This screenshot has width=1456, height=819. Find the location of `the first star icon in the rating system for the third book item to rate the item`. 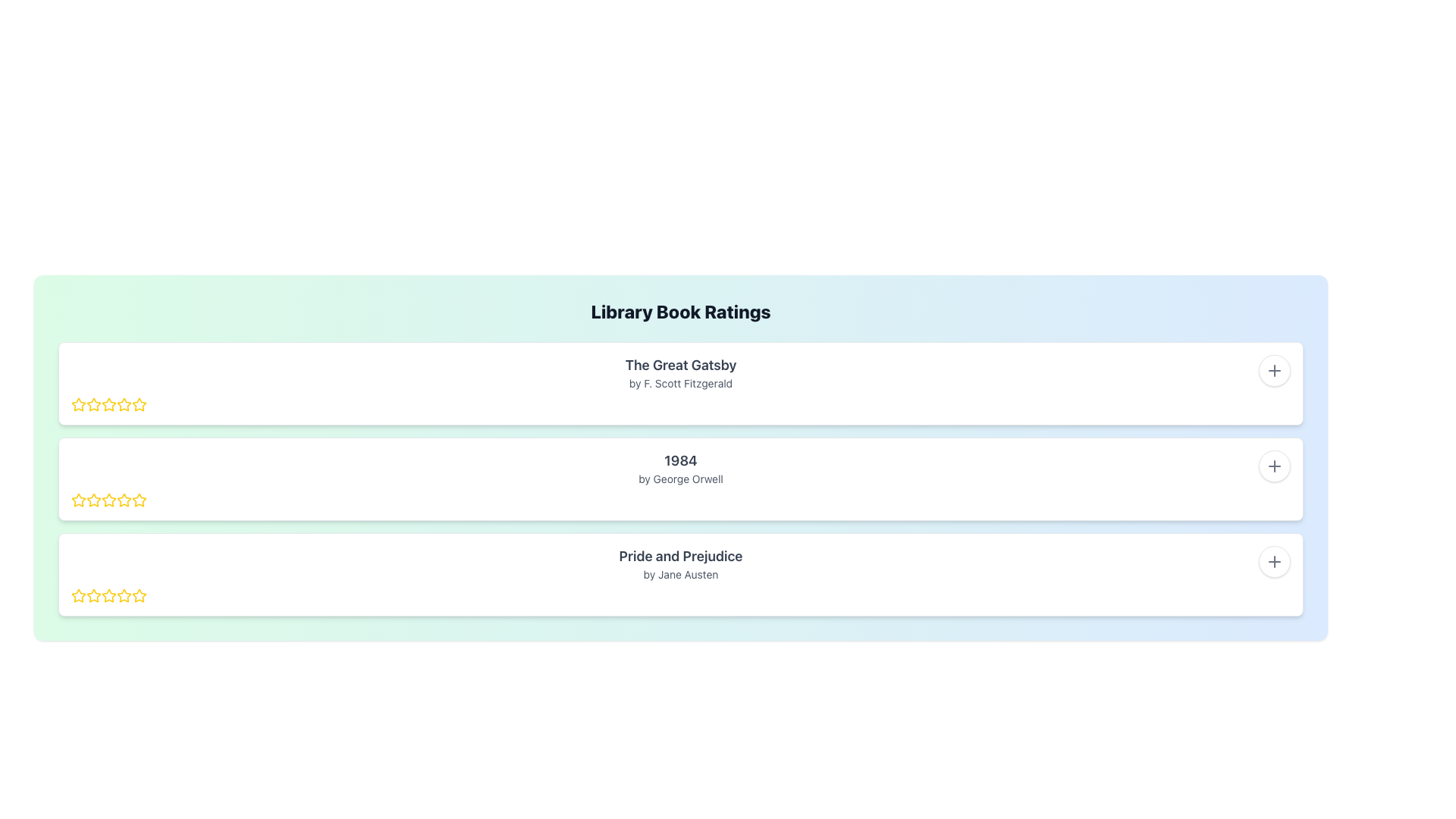

the first star icon in the rating system for the third book item to rate the item is located at coordinates (78, 595).